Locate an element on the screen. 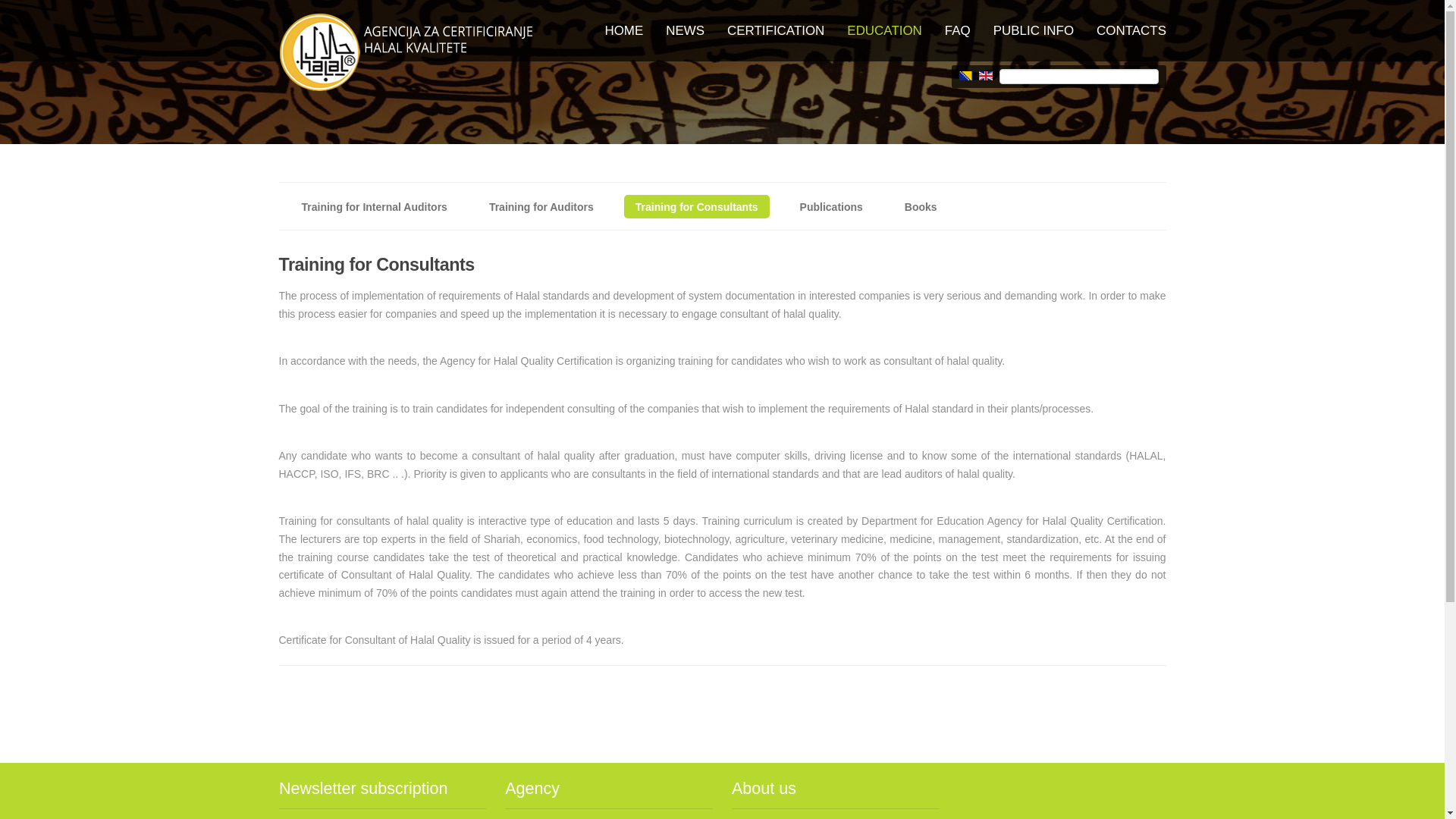 This screenshot has width=1456, height=819. 'NEWS' is located at coordinates (684, 35).